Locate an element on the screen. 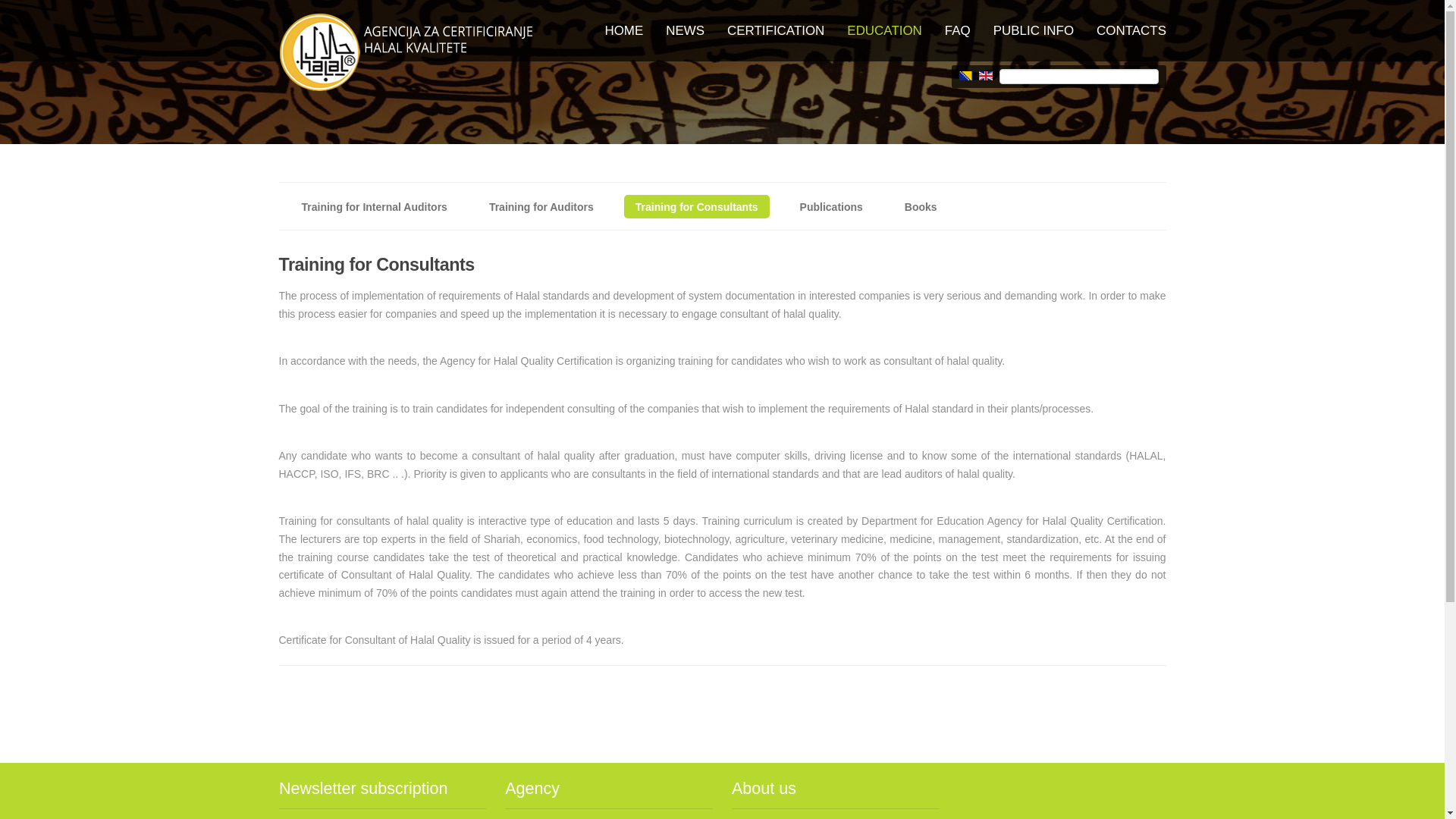 This screenshot has width=1456, height=819. 'NEWS' is located at coordinates (684, 35).